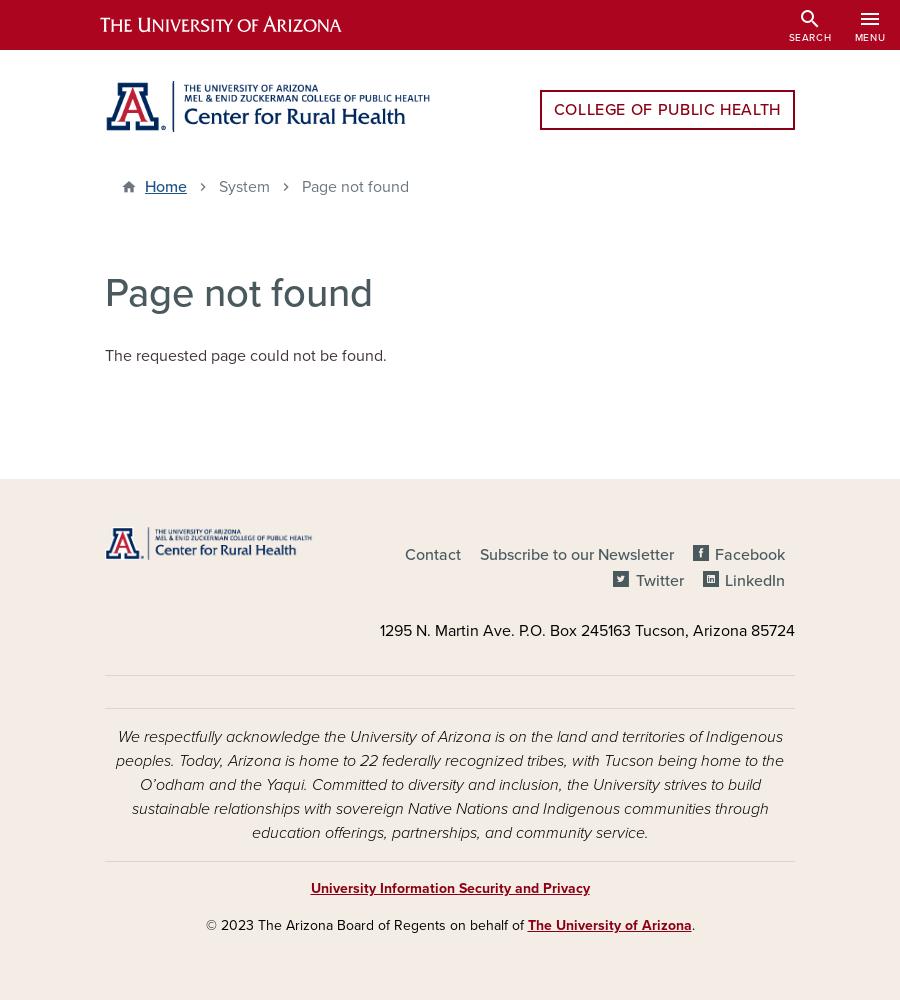 The image size is (900, 1000). I want to click on '© 2023 The Arizona Board of Regents on behalf of', so click(366, 925).